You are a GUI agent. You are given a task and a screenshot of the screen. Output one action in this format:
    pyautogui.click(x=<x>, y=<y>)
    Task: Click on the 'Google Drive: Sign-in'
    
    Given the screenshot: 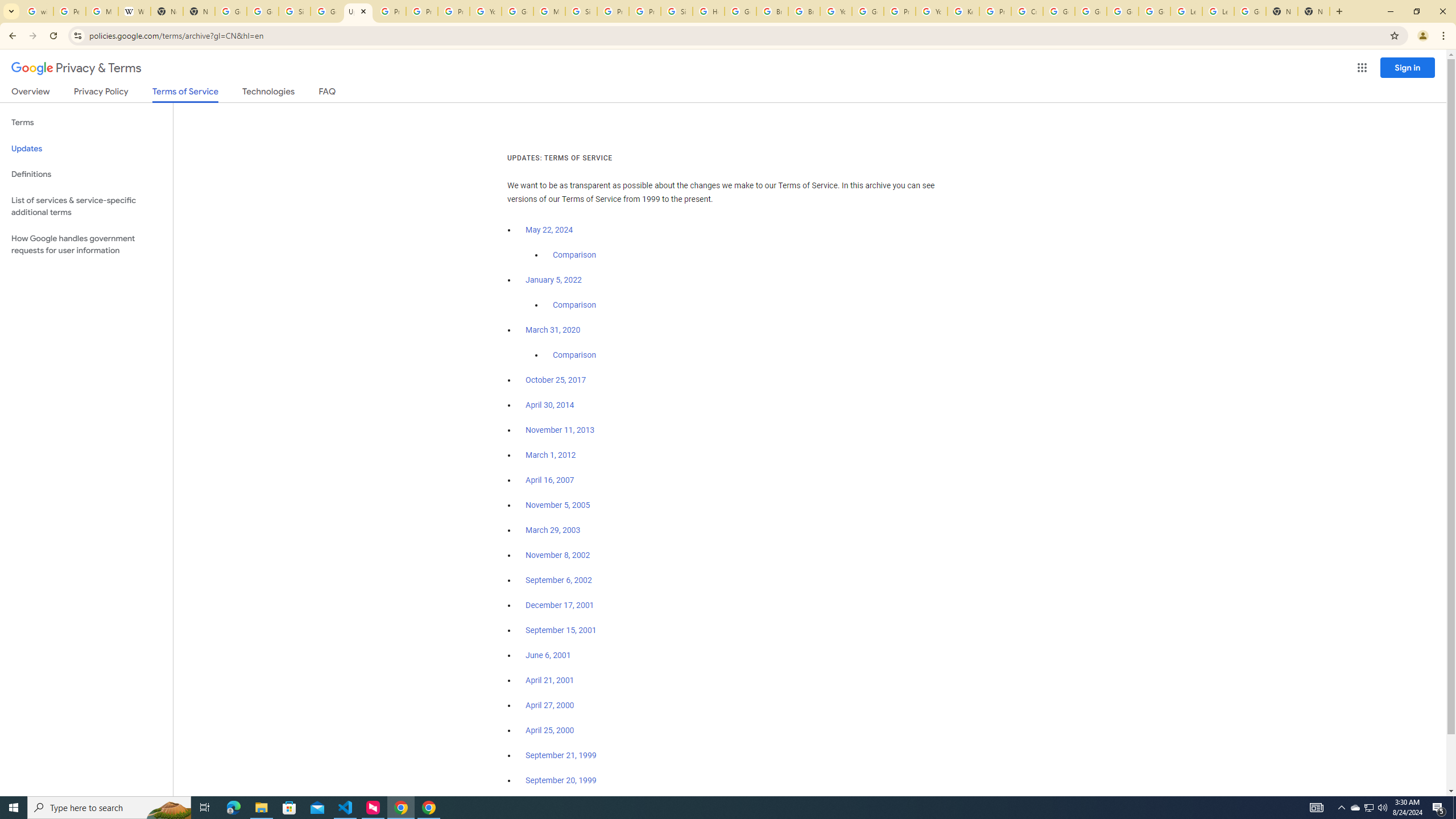 What is the action you would take?
    pyautogui.click(x=262, y=11)
    